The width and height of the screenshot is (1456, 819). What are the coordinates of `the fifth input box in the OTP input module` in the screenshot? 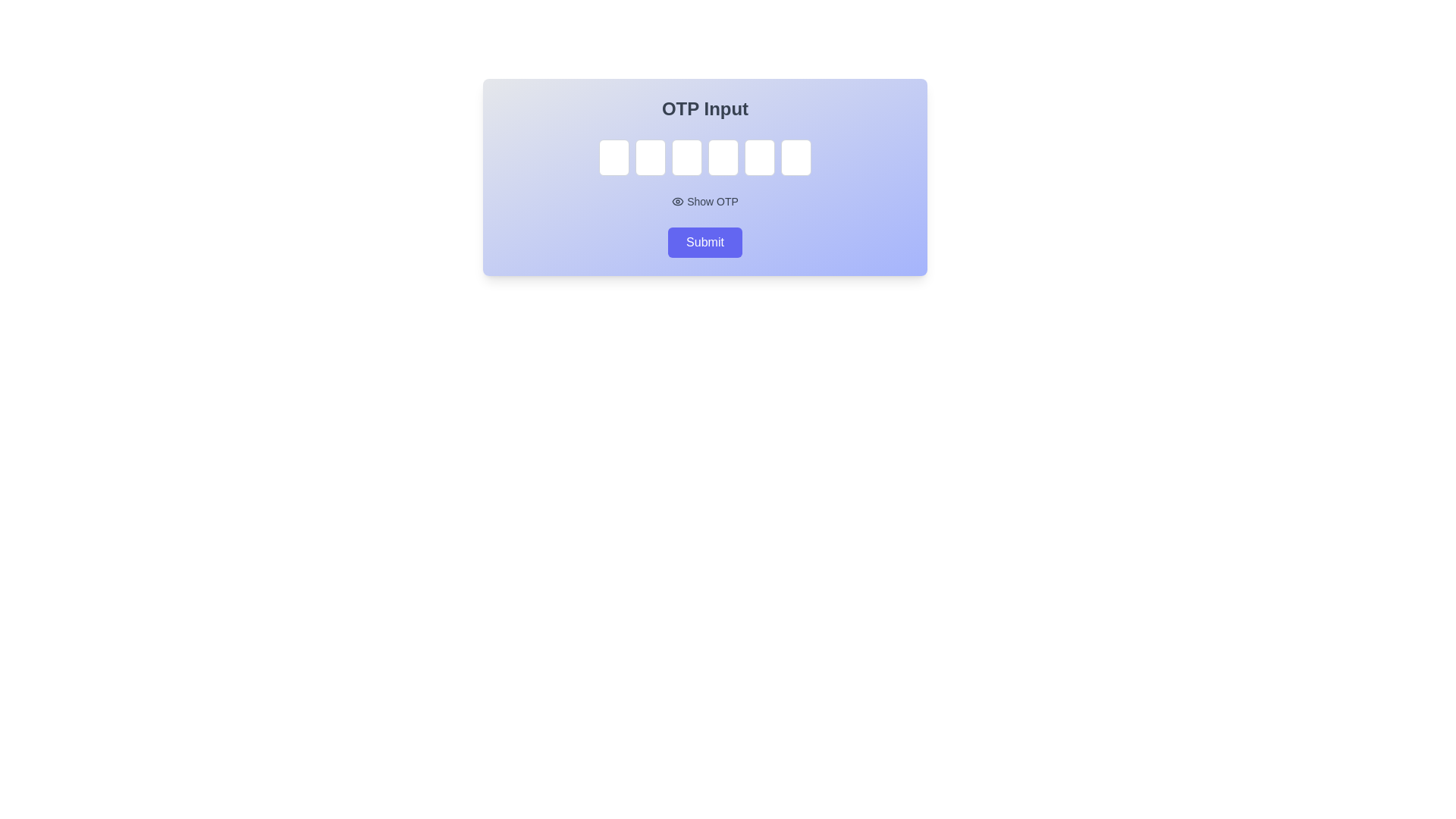 It's located at (760, 158).